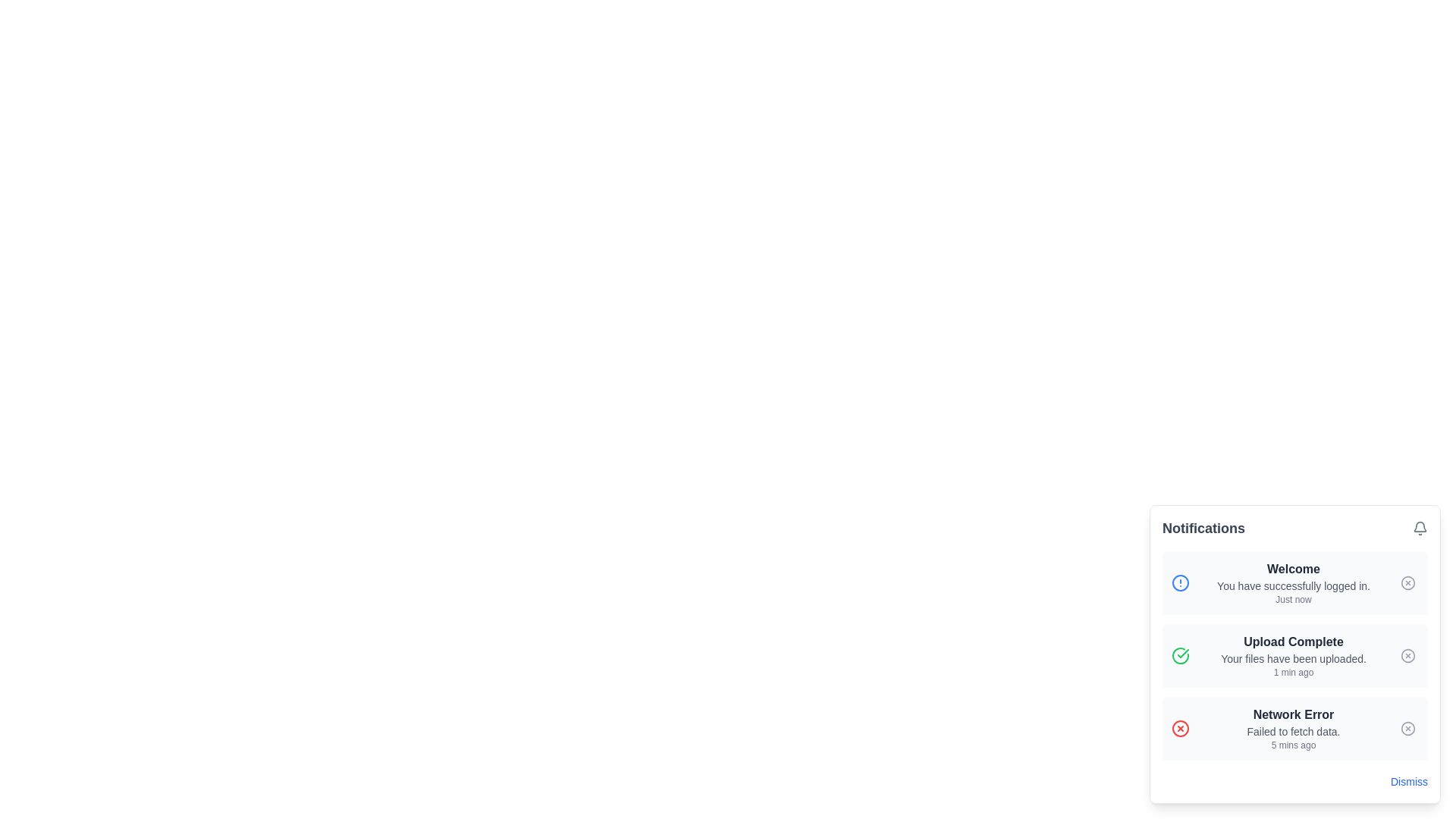 This screenshot has height=819, width=1456. What do you see at coordinates (1292, 582) in the screenshot?
I see `message content of the first notification in the Notifications panel, which welcomes the user and confirms a successful login` at bounding box center [1292, 582].